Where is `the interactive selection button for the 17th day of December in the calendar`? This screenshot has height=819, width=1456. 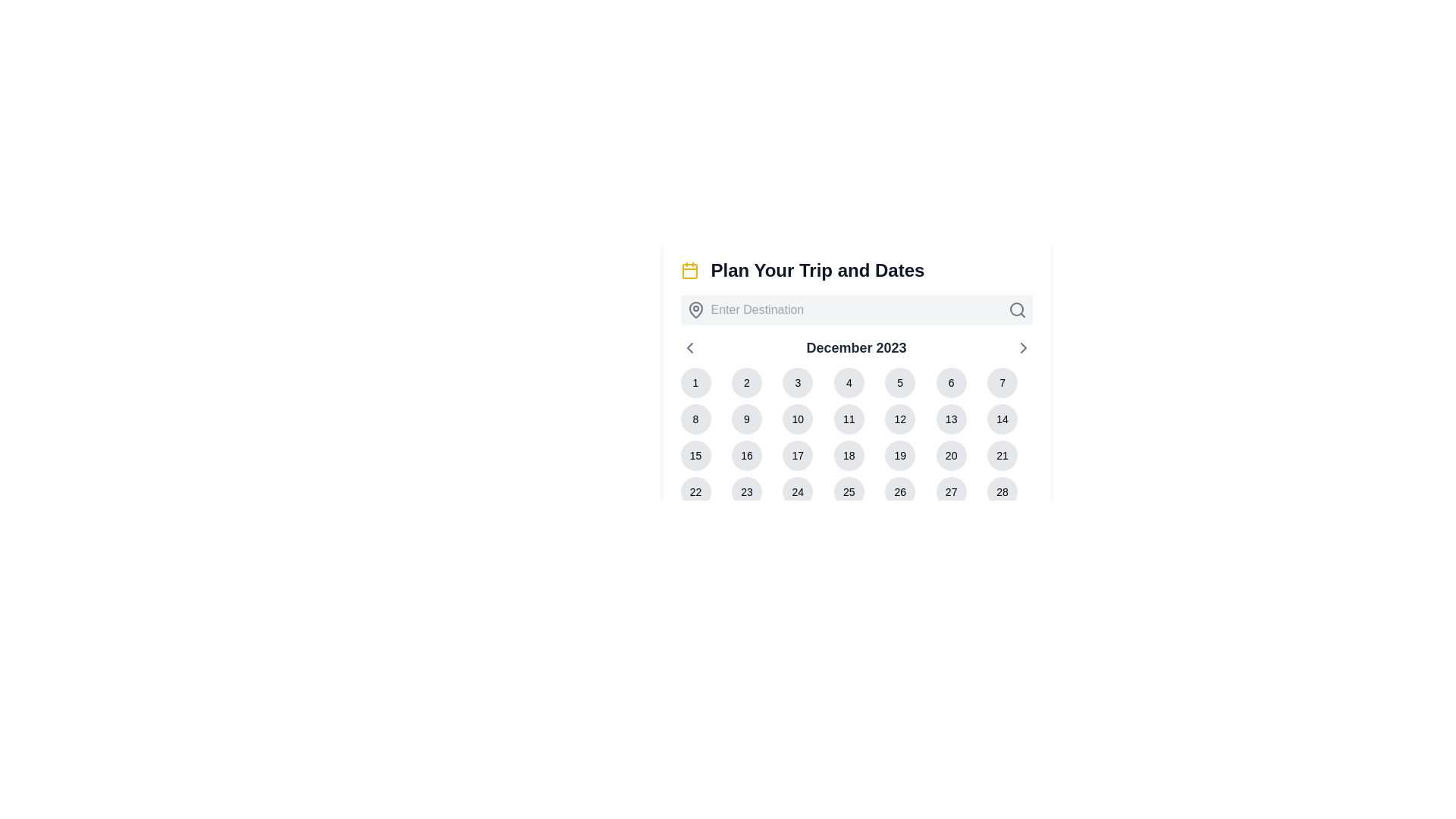 the interactive selection button for the 17th day of December in the calendar is located at coordinates (797, 455).